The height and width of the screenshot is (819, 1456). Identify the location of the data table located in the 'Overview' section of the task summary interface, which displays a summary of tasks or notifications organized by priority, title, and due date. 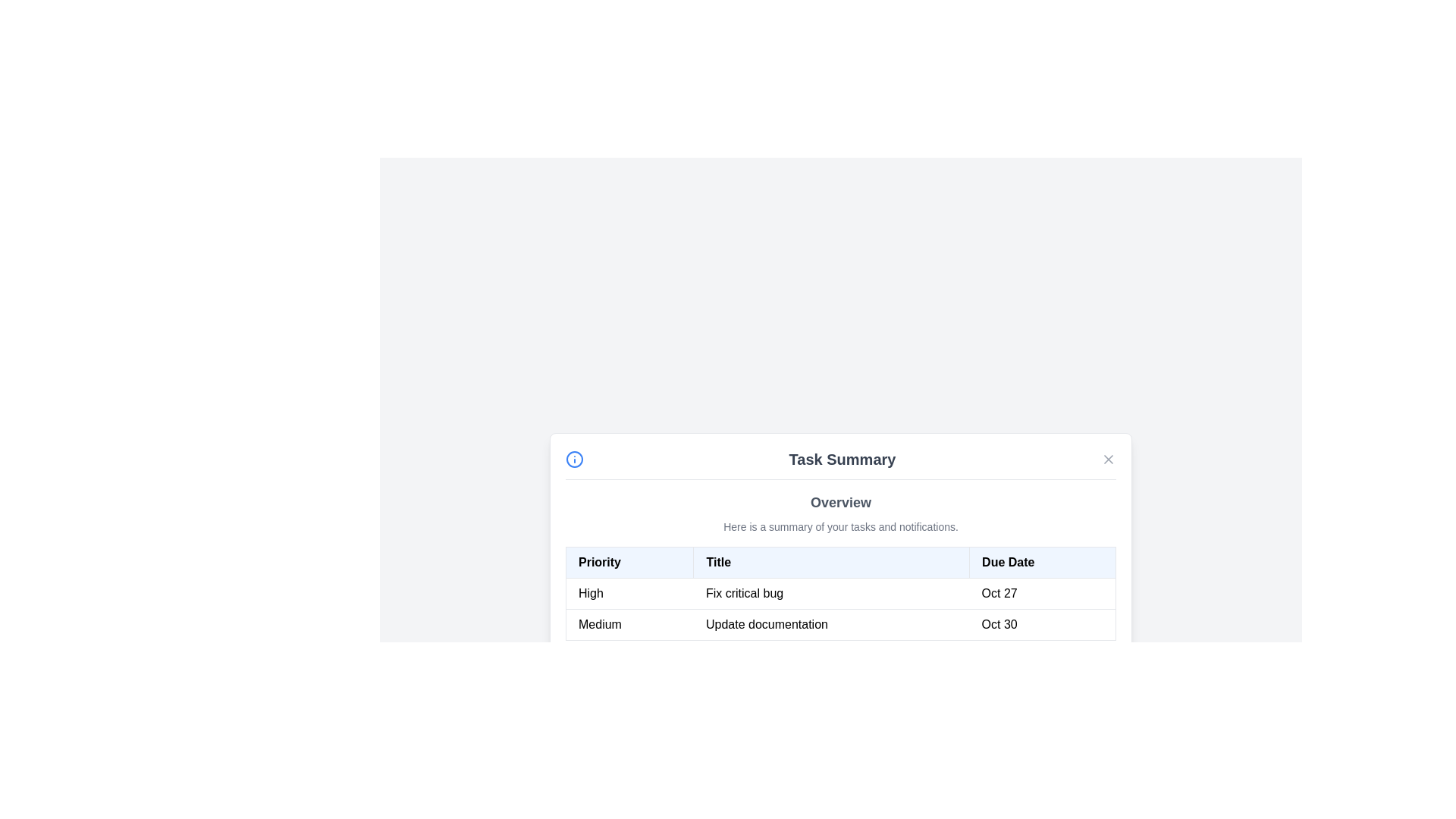
(839, 592).